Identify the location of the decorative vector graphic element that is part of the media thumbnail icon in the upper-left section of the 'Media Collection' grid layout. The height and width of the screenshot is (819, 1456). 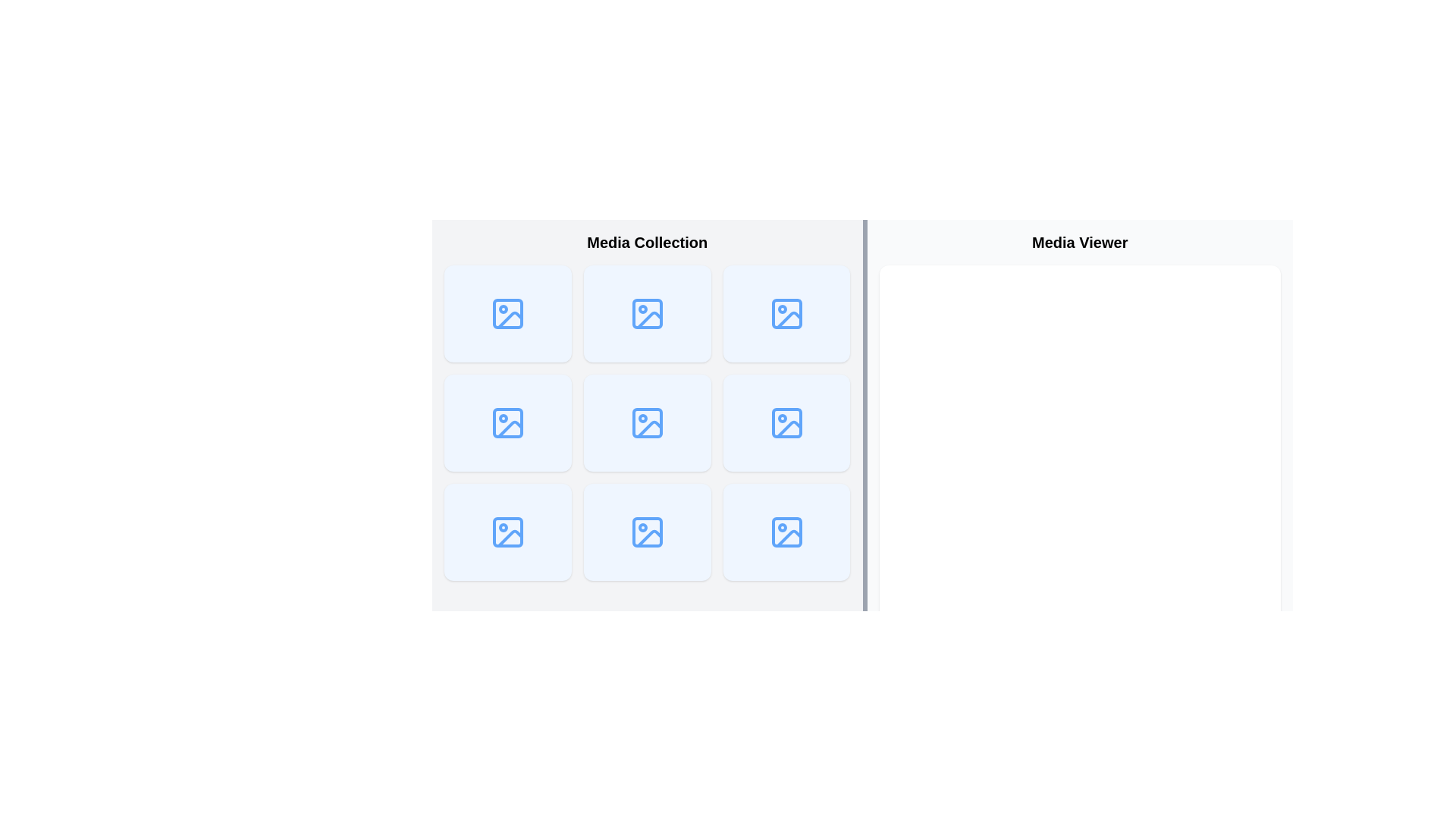
(507, 312).